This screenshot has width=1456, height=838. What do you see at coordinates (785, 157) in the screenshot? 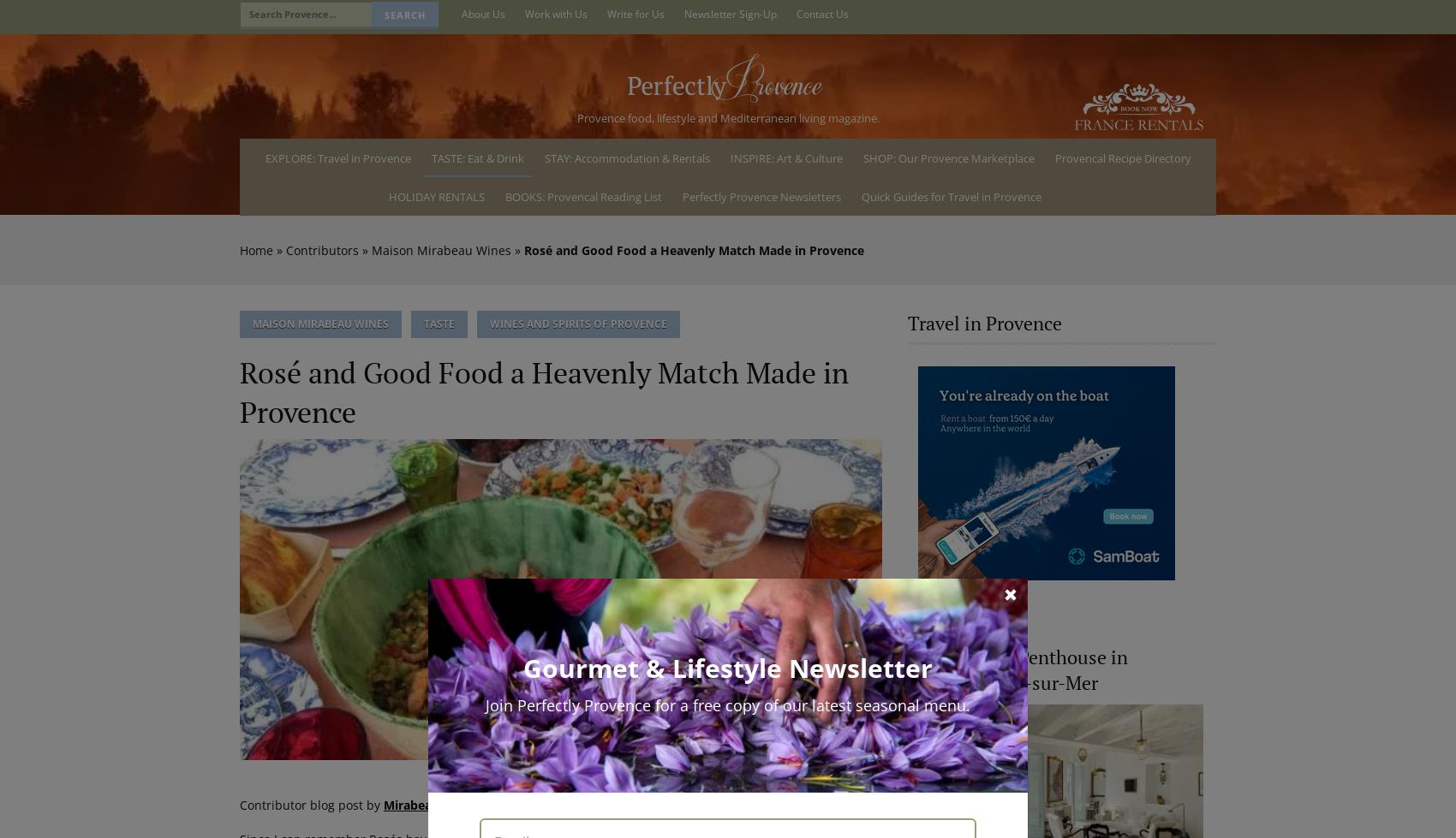
I see `'INSPIRE: Art & Culture'` at bounding box center [785, 157].